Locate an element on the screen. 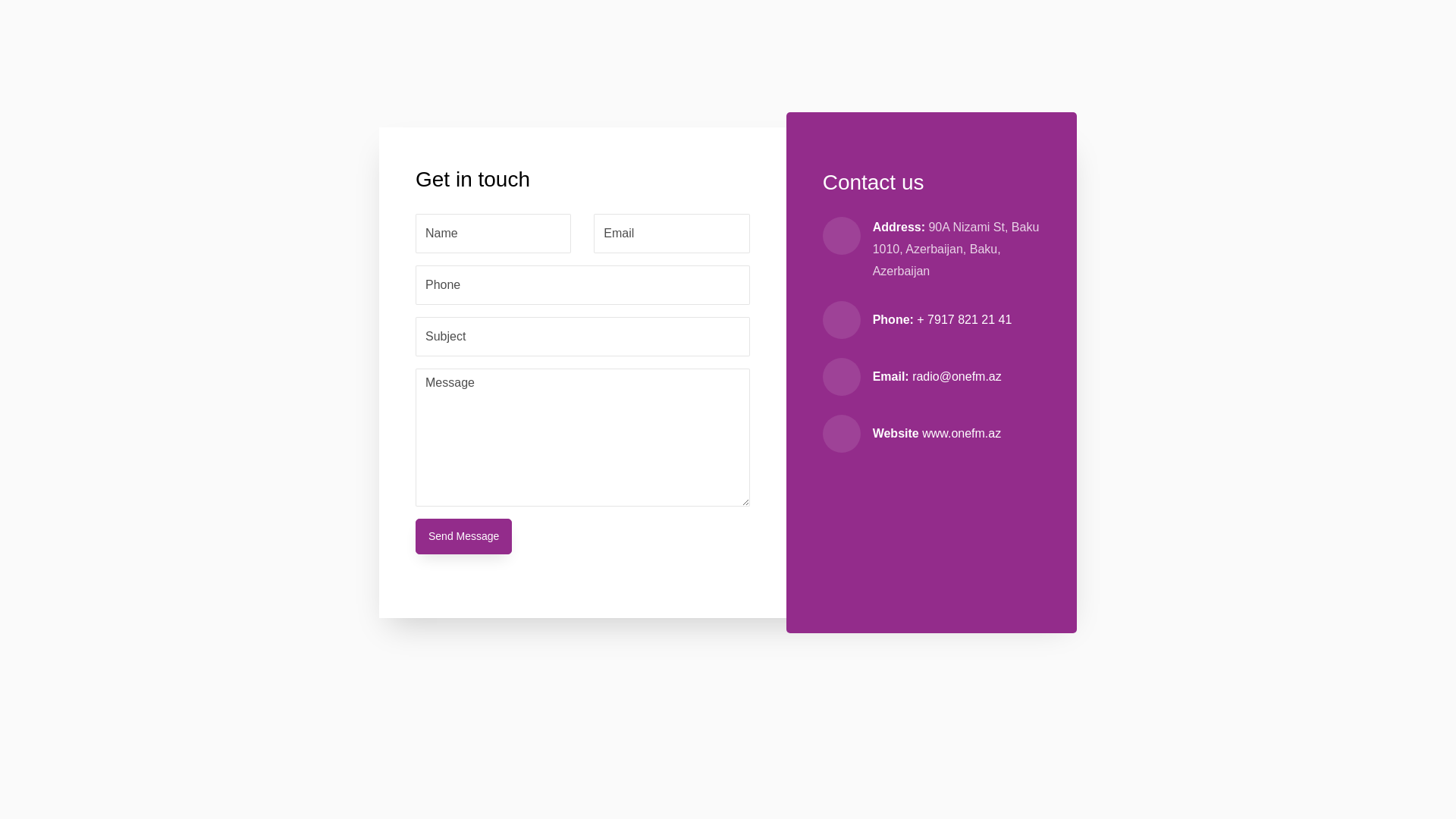 The width and height of the screenshot is (1456, 819). 'Send Message' is located at coordinates (463, 535).